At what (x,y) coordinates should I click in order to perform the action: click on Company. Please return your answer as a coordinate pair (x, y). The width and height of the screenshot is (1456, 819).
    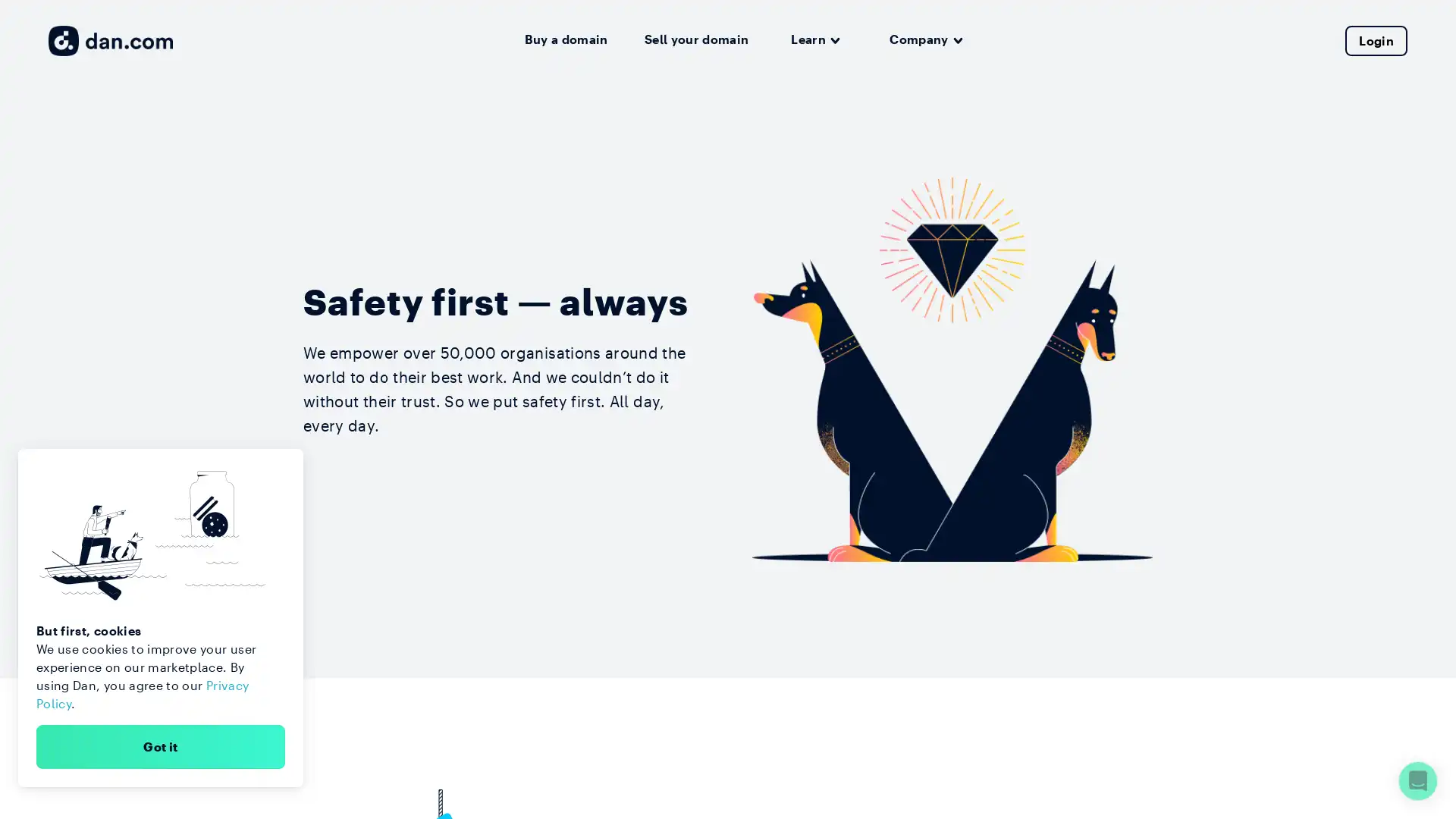
    Looking at the image, I should click on (925, 39).